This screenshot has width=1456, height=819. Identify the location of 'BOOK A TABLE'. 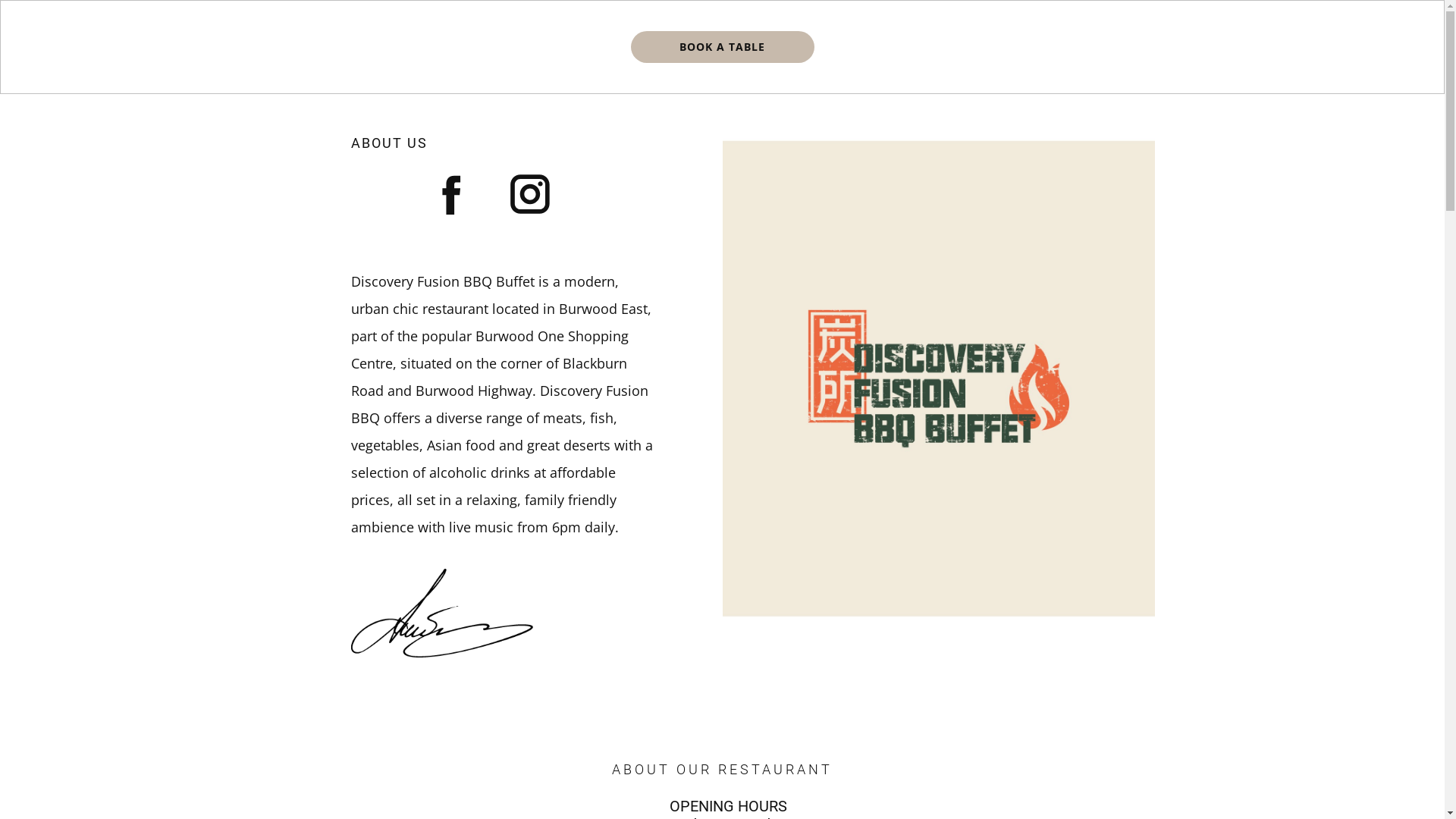
(722, 45).